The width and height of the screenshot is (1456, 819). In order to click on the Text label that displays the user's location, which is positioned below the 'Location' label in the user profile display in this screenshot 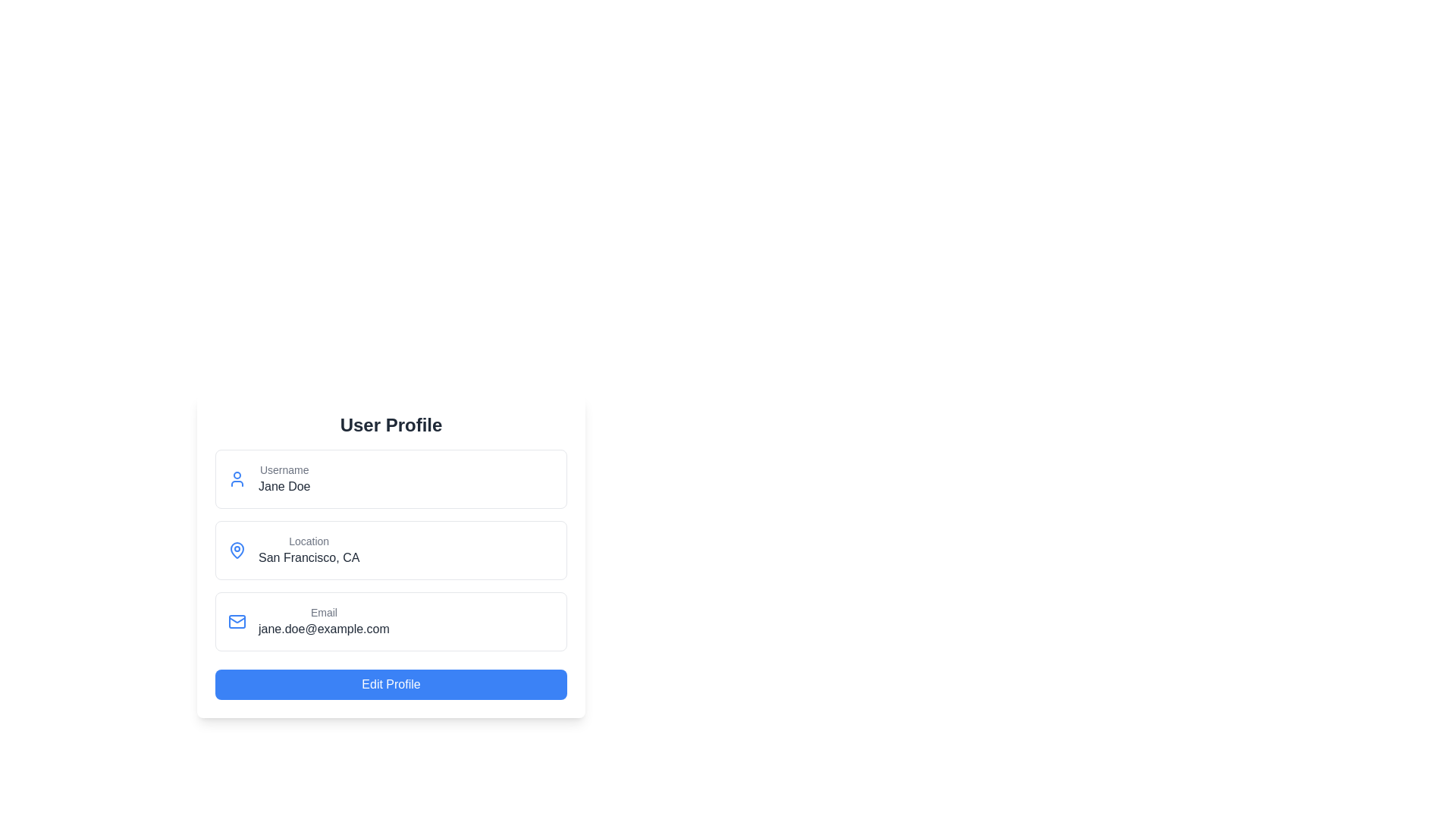, I will do `click(308, 558)`.